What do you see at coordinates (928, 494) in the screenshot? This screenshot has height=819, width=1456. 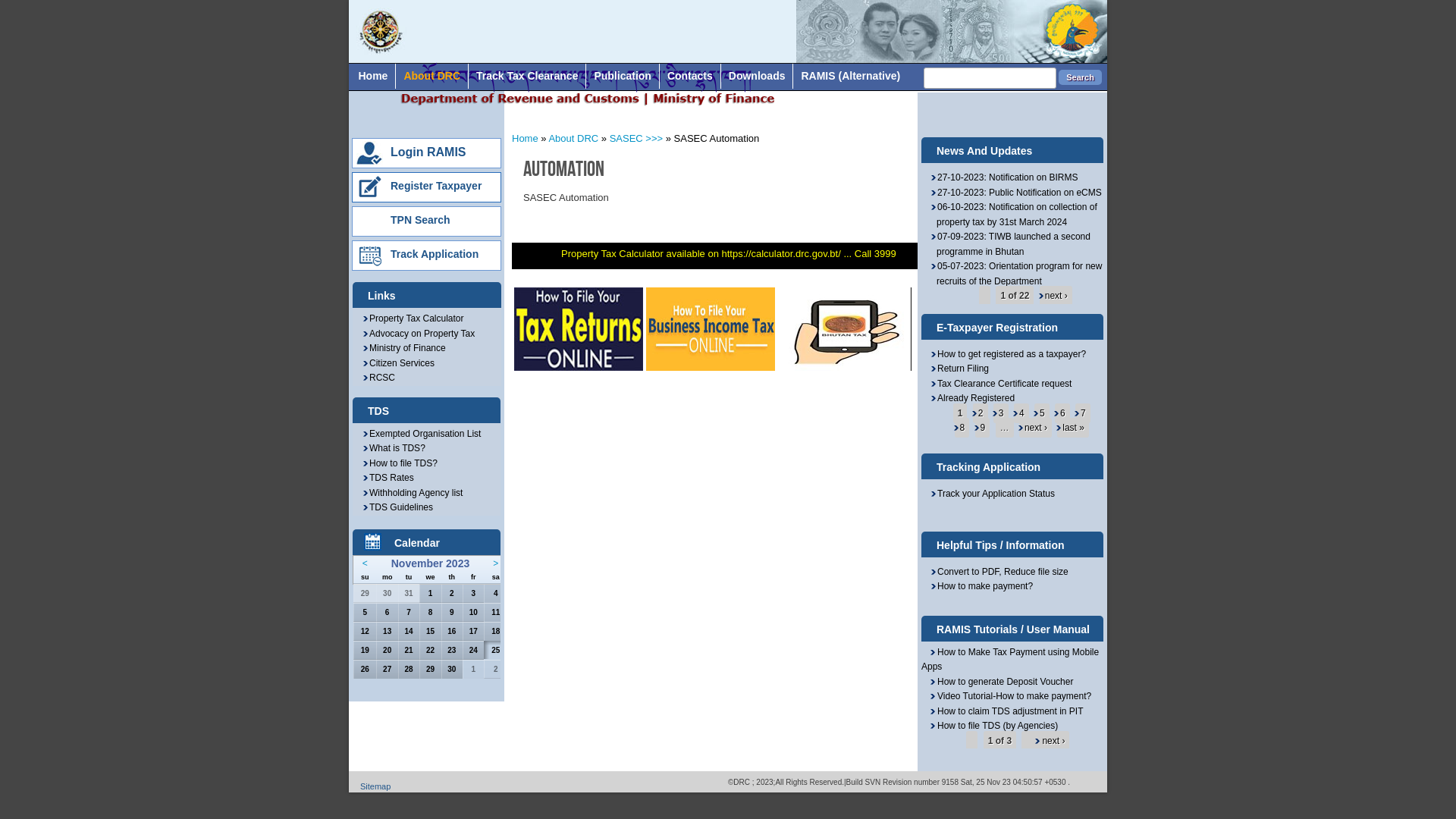 I see `'Track your Application Status'` at bounding box center [928, 494].